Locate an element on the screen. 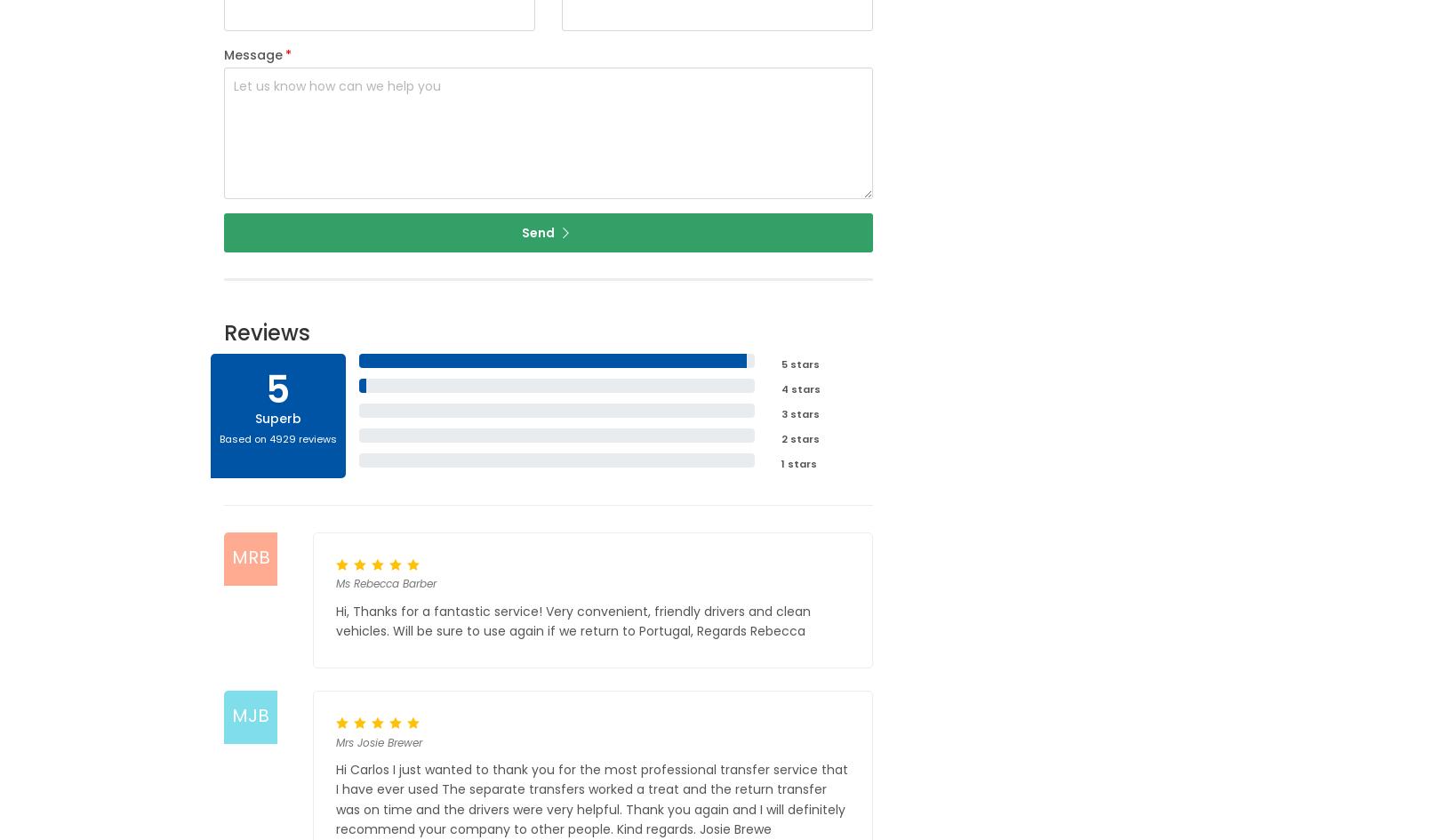 This screenshot has width=1434, height=840. '2 stars' is located at coordinates (799, 438).